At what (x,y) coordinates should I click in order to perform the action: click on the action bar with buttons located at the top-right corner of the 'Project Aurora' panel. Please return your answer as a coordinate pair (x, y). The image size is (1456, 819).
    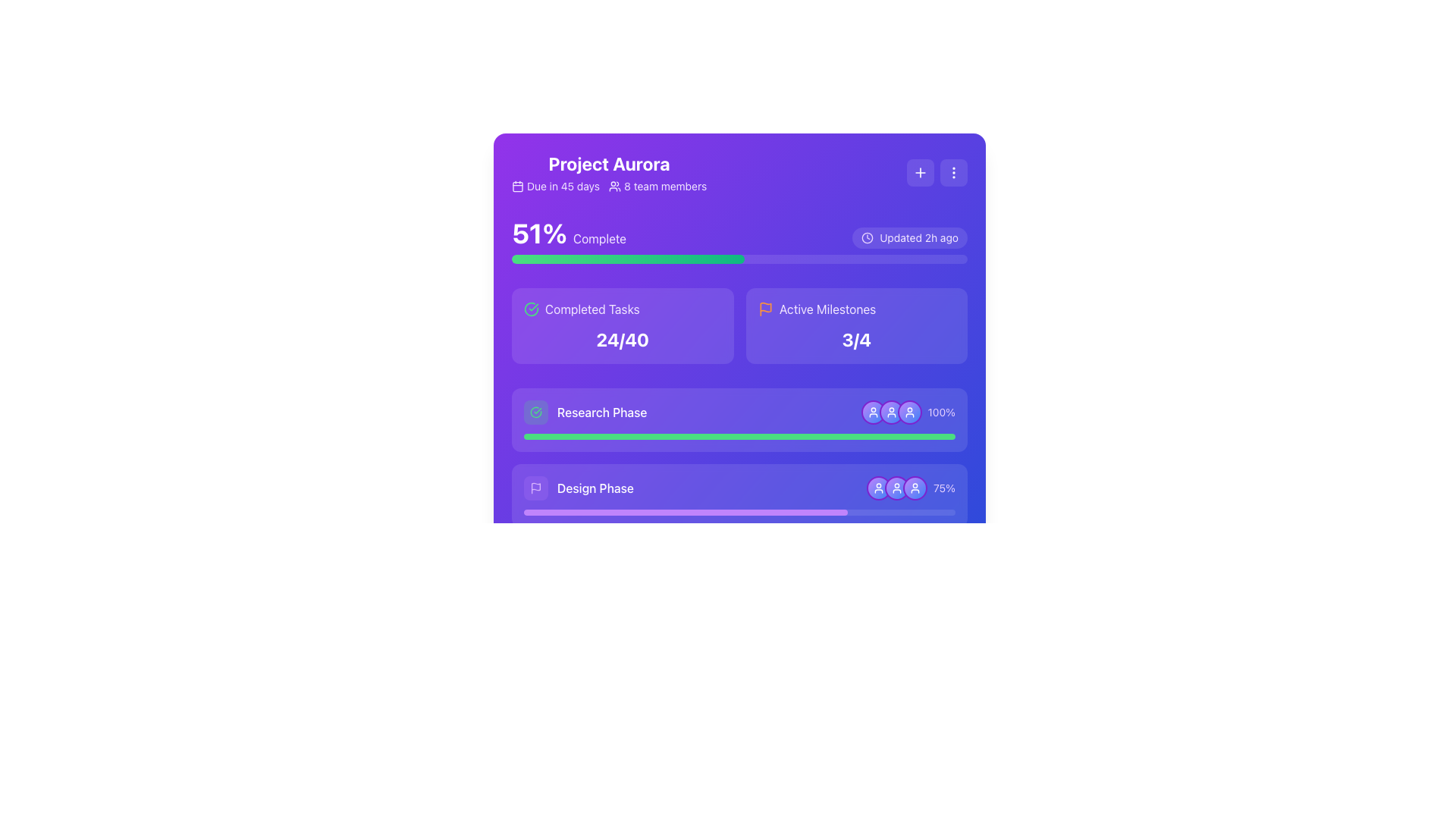
    Looking at the image, I should click on (937, 171).